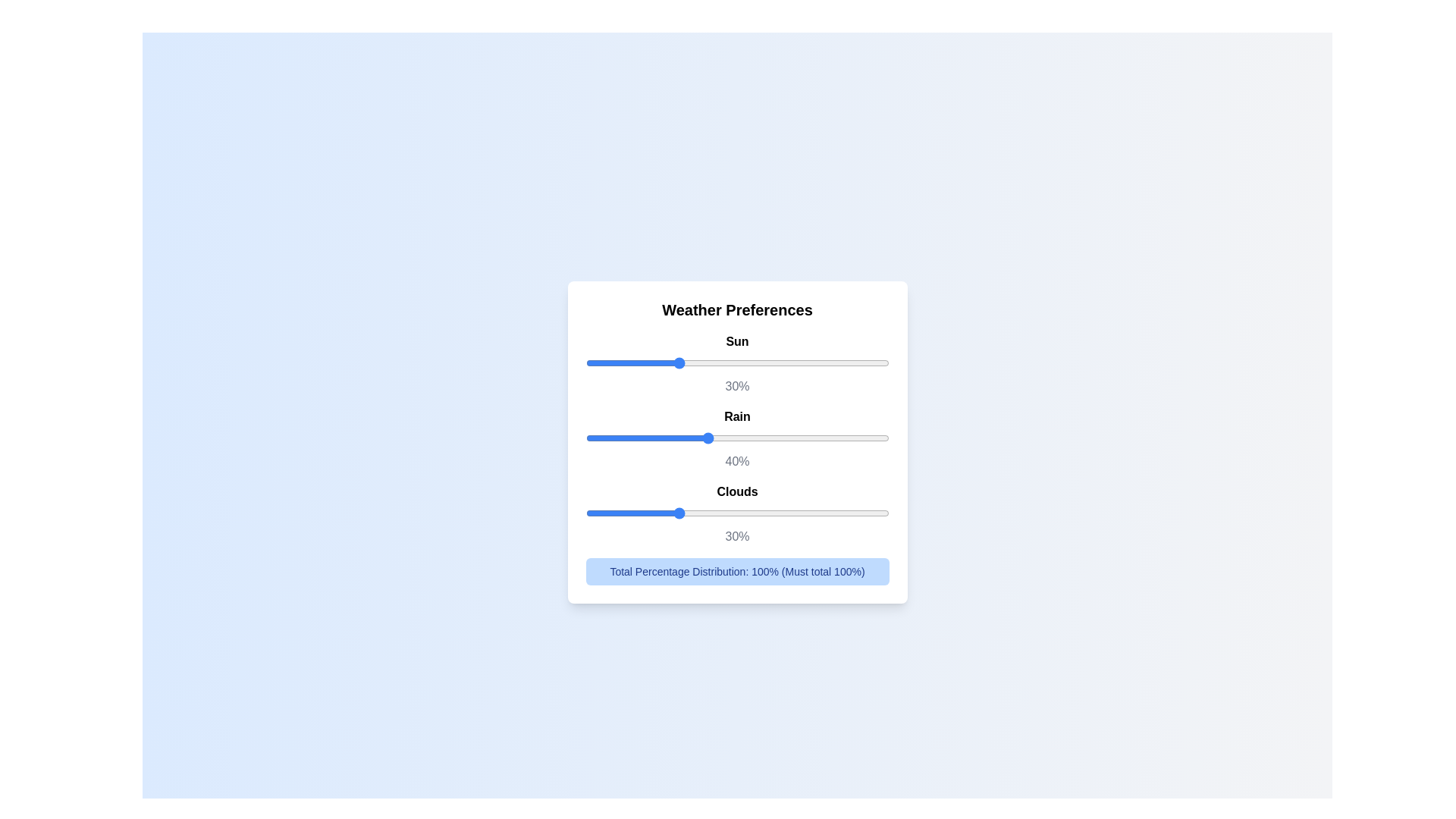 This screenshot has width=1456, height=819. Describe the element at coordinates (715, 512) in the screenshot. I see `the 'Clouds' slider to 43%` at that location.